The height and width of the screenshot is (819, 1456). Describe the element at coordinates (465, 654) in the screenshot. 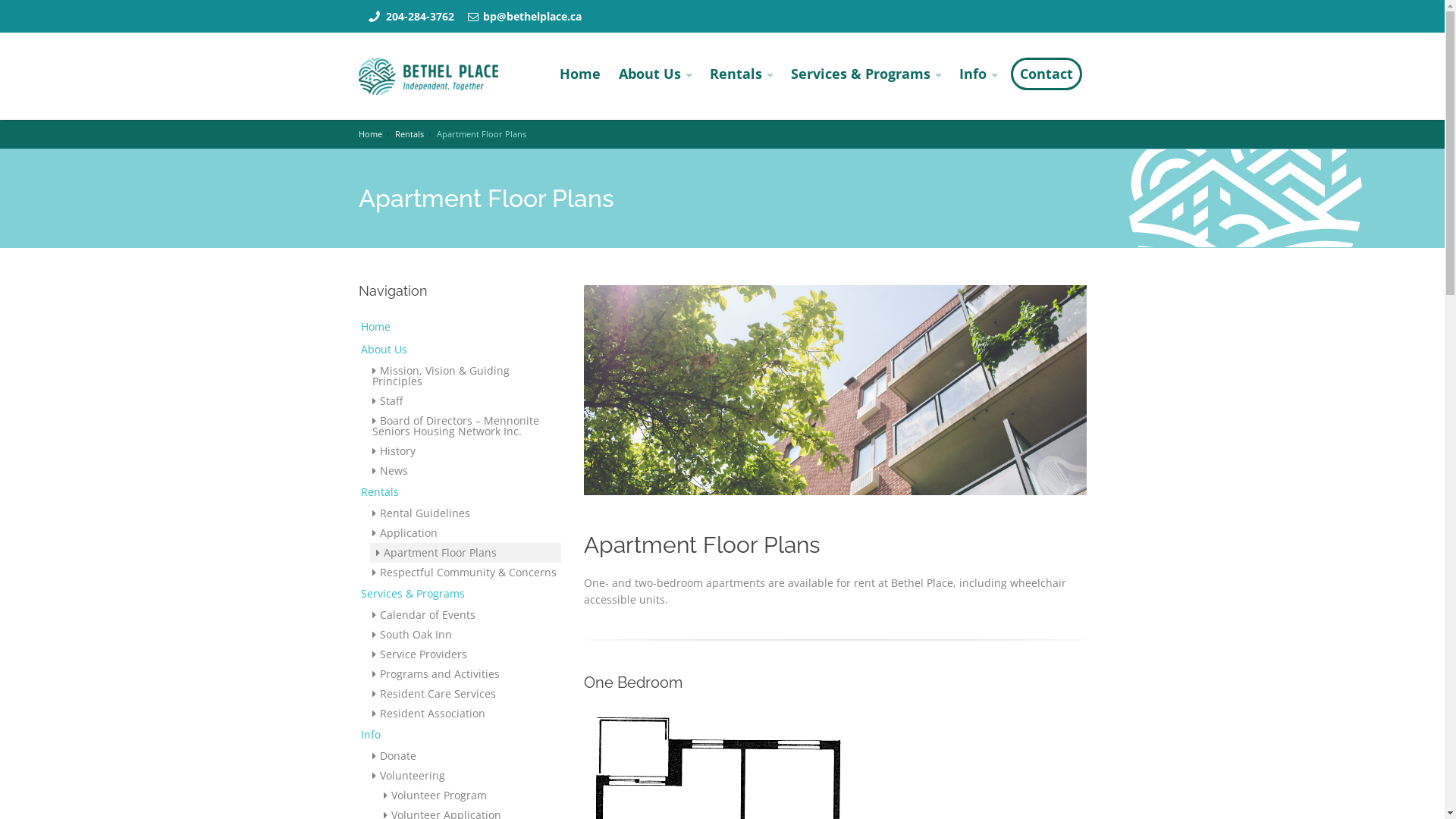

I see `'Service Providers'` at that location.